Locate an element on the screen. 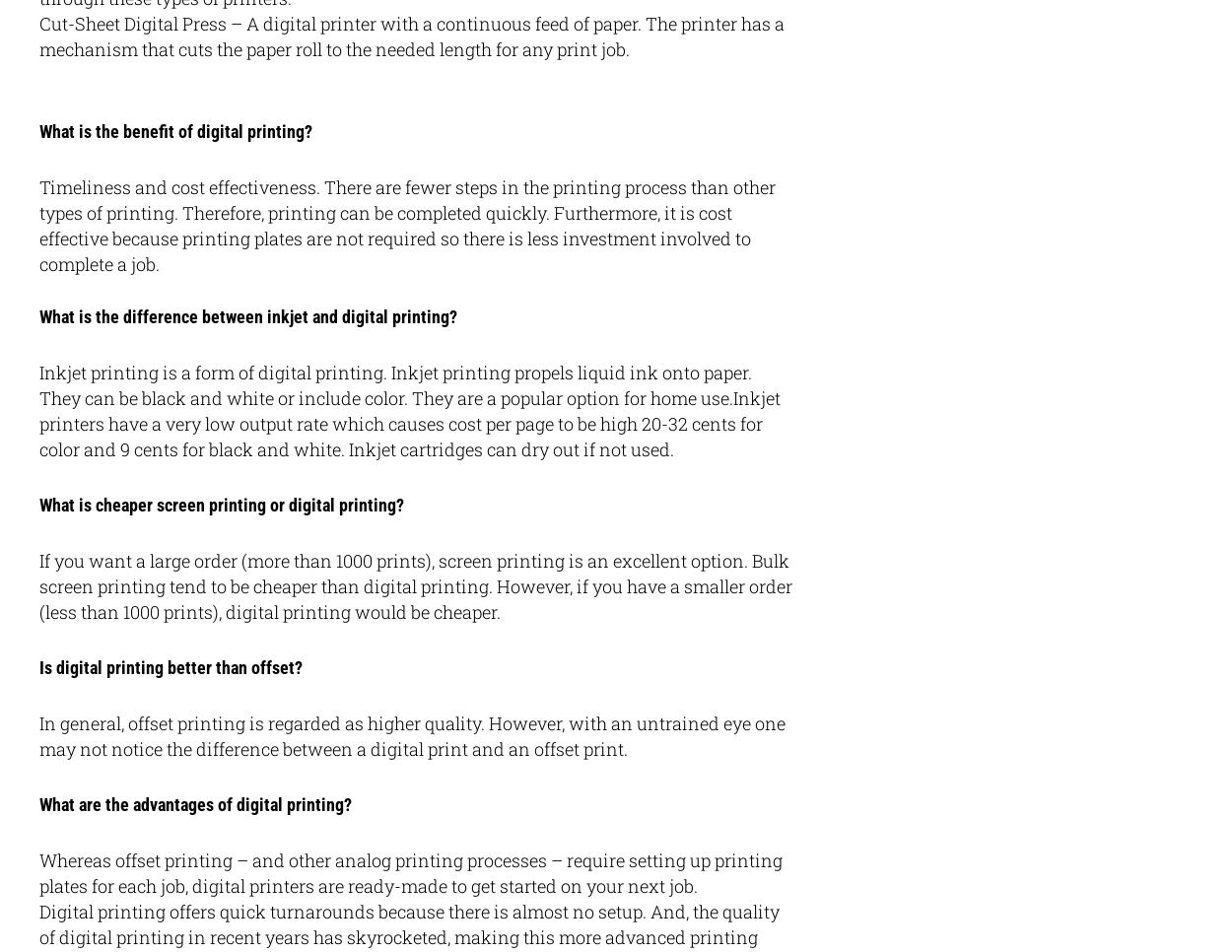  'What is the difference between inkjet and digital printing?' is located at coordinates (248, 316).